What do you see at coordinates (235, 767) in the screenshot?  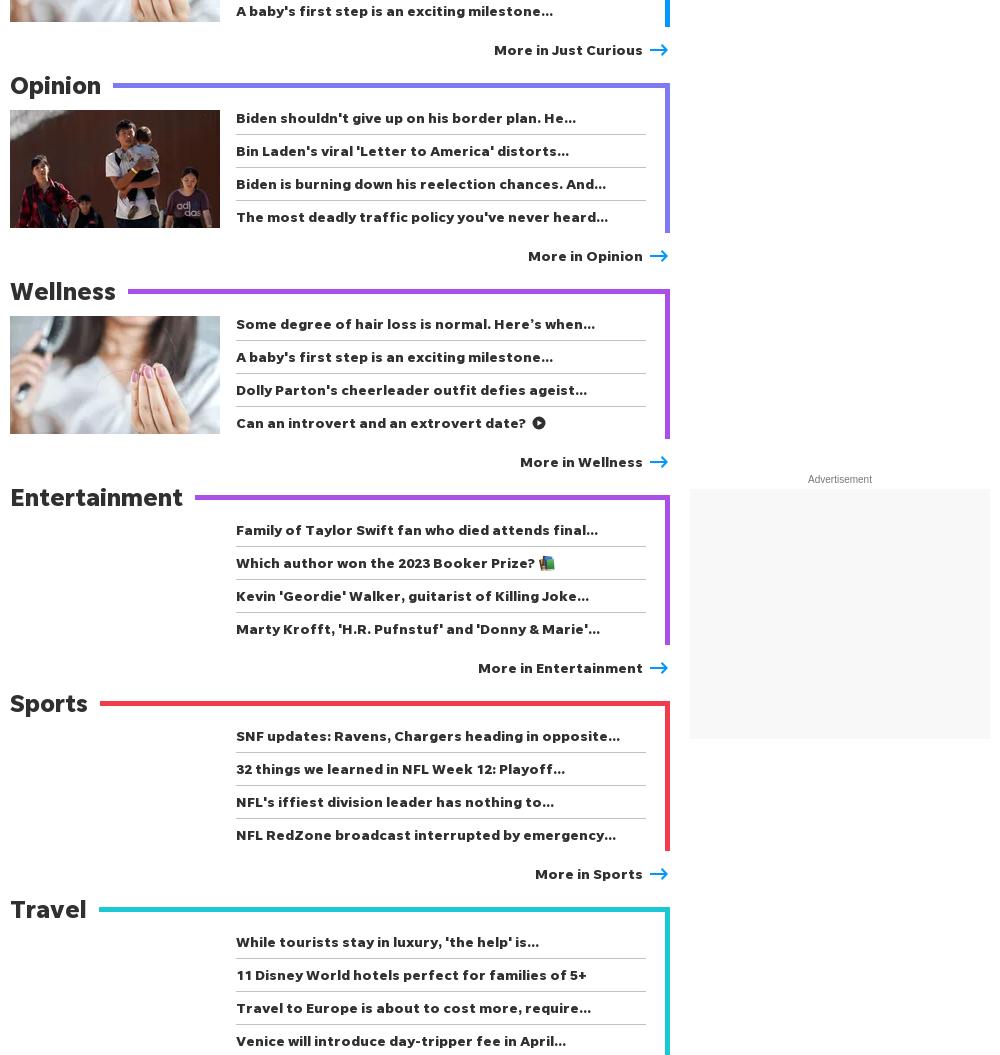 I see `'32 things we learned in NFL Week 12: Playoff…'` at bounding box center [235, 767].